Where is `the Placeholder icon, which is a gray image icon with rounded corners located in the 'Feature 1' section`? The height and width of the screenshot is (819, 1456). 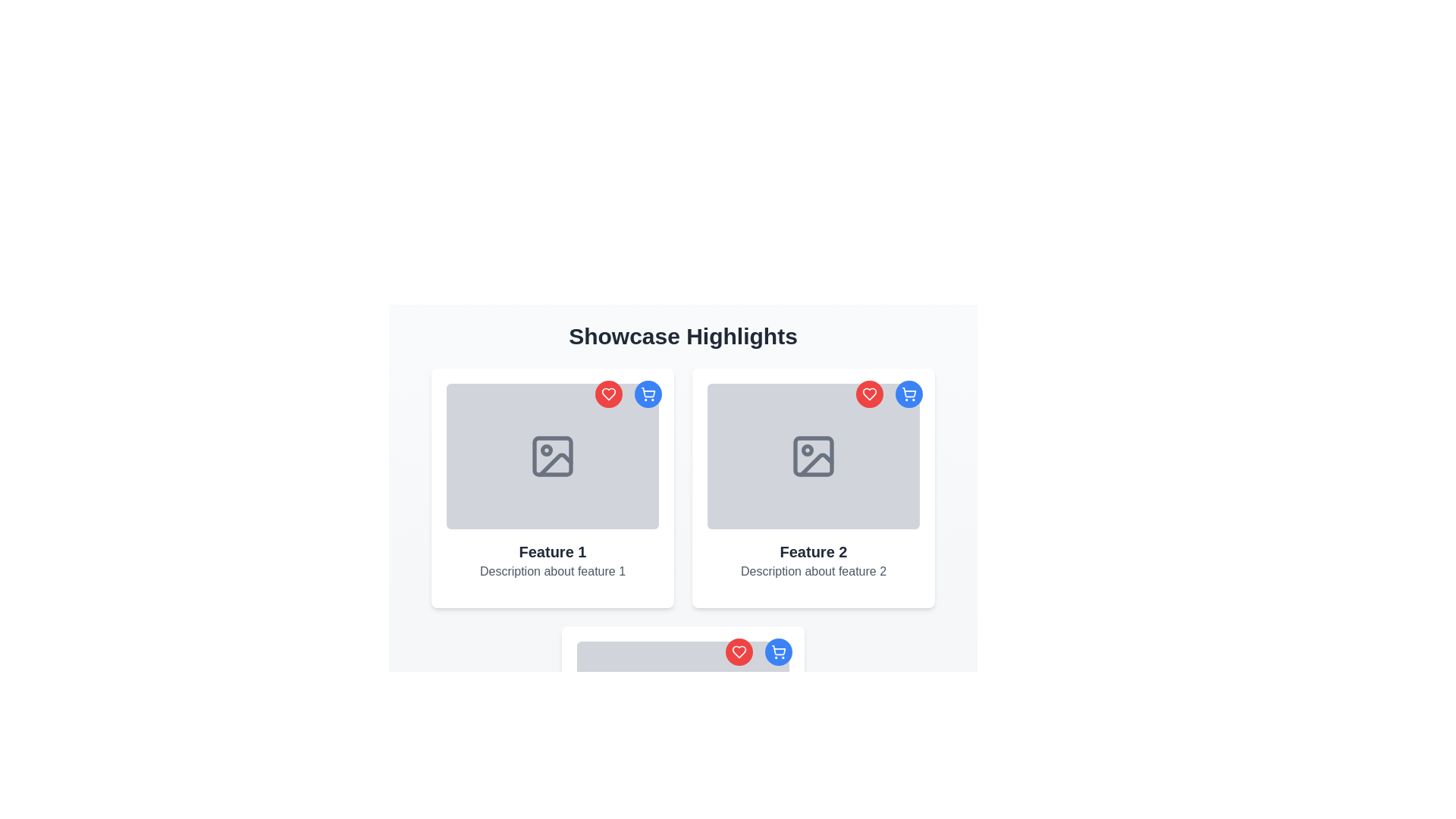 the Placeholder icon, which is a gray image icon with rounded corners located in the 'Feature 1' section is located at coordinates (552, 455).